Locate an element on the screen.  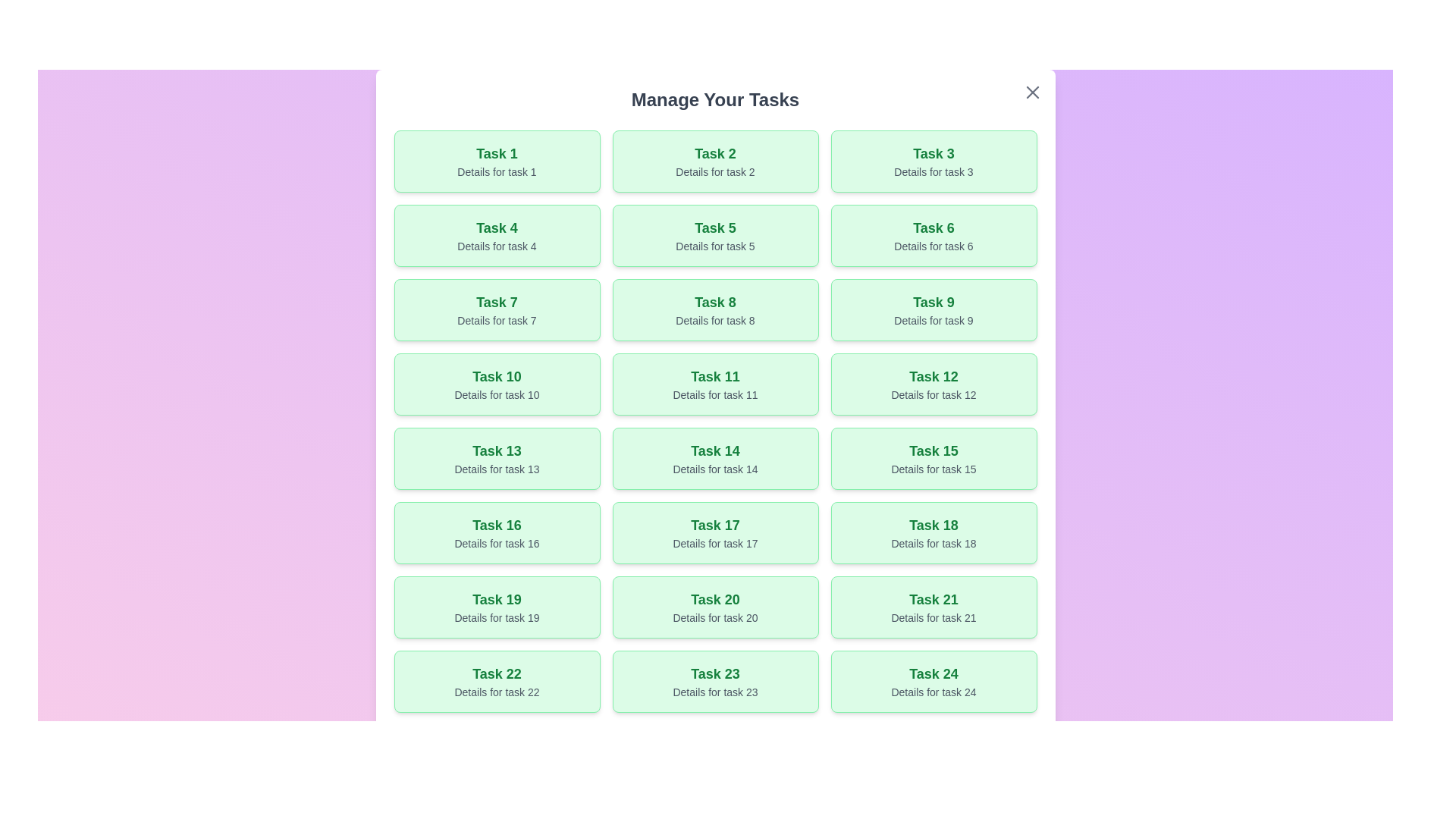
the close button to close the dialog is located at coordinates (1031, 93).